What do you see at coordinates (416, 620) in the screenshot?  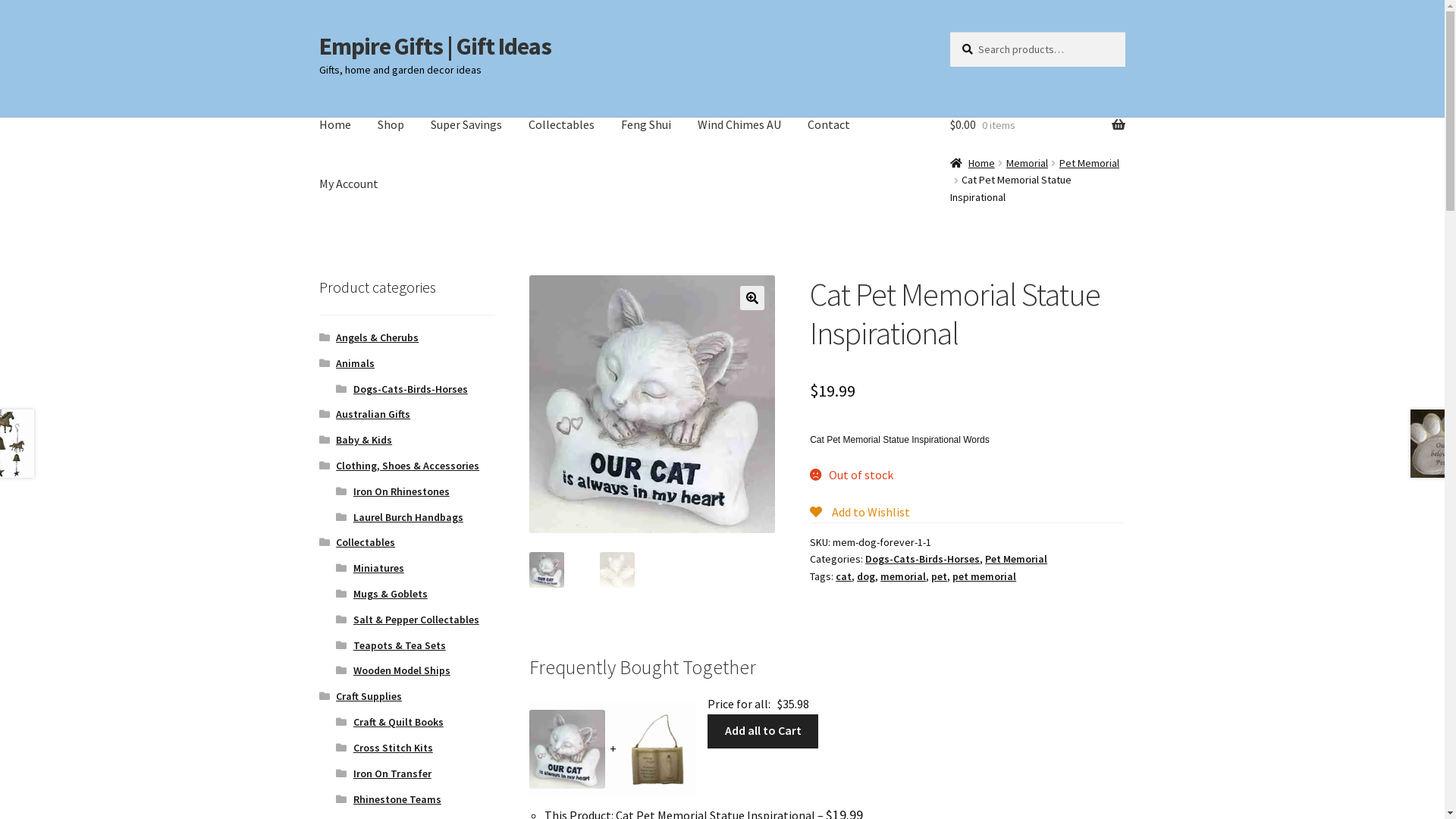 I see `'Salt & Pepper Collectables'` at bounding box center [416, 620].